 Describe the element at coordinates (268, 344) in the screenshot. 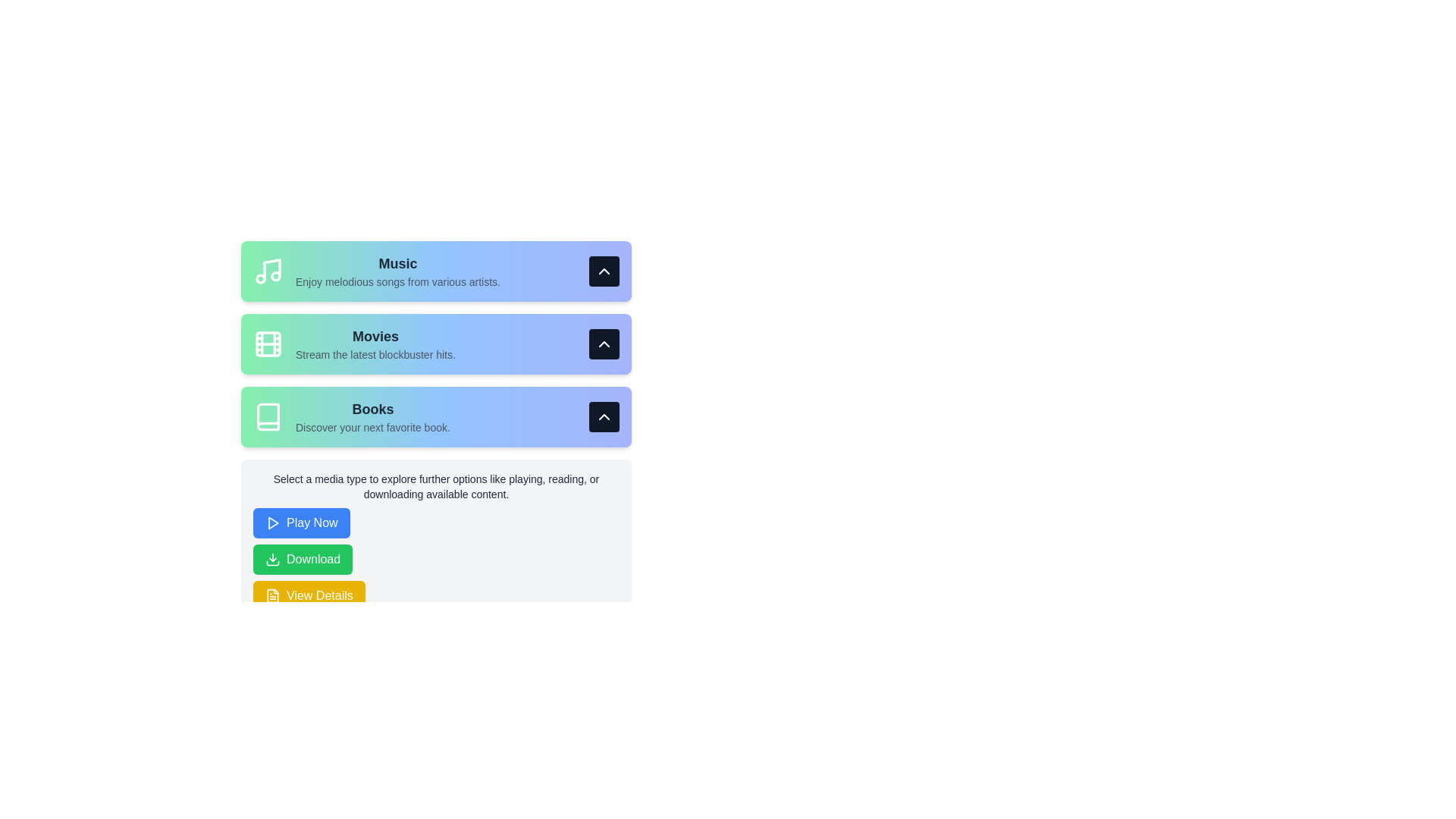

I see `the filmstrip icon, which serves as an identifier for the 'Movies' section, positioned at the left edge of the section` at that location.